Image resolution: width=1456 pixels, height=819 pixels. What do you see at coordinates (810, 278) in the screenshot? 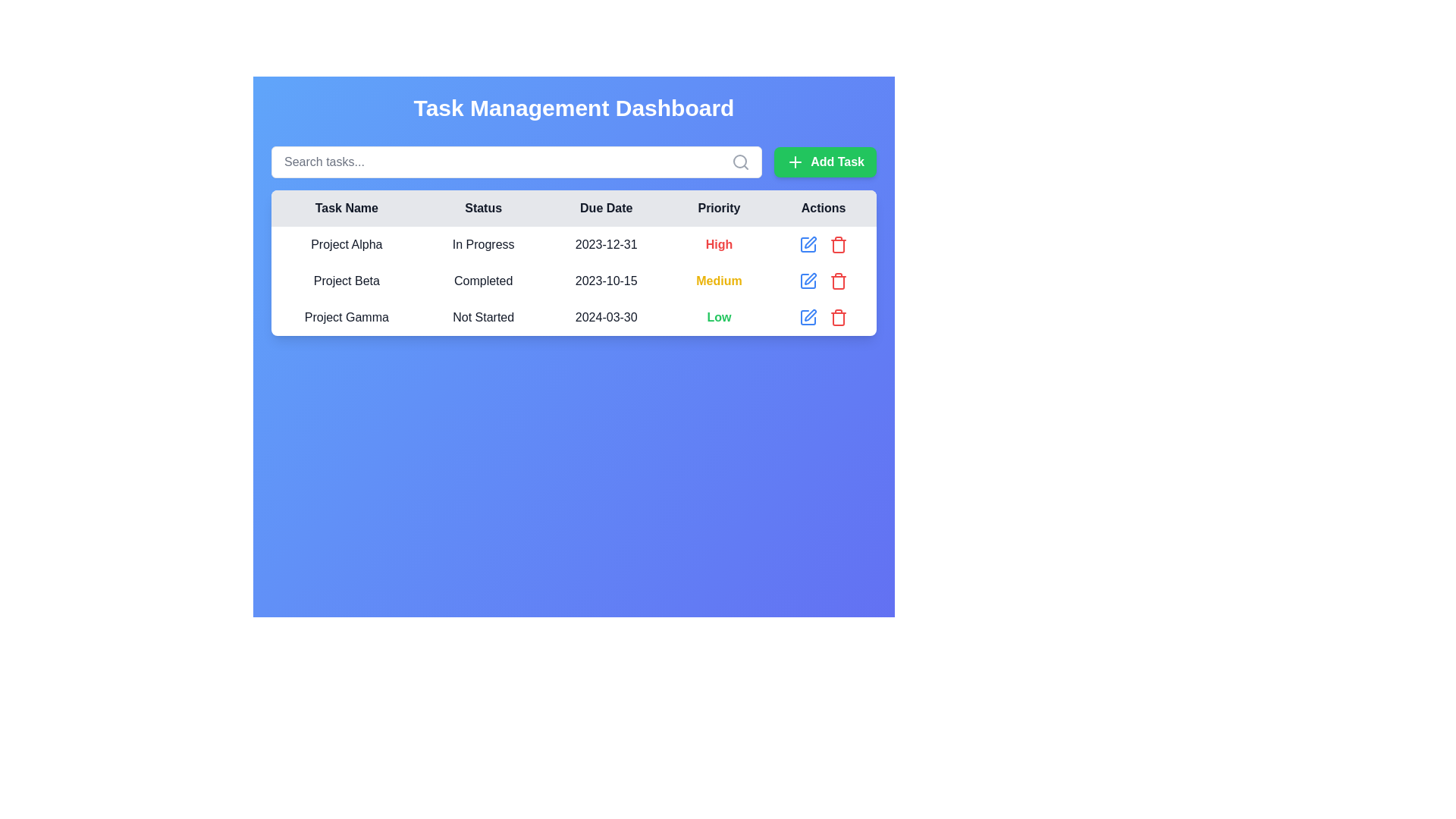
I see `the edit icon in the 'Actions' column of the second row in the task management table` at bounding box center [810, 278].